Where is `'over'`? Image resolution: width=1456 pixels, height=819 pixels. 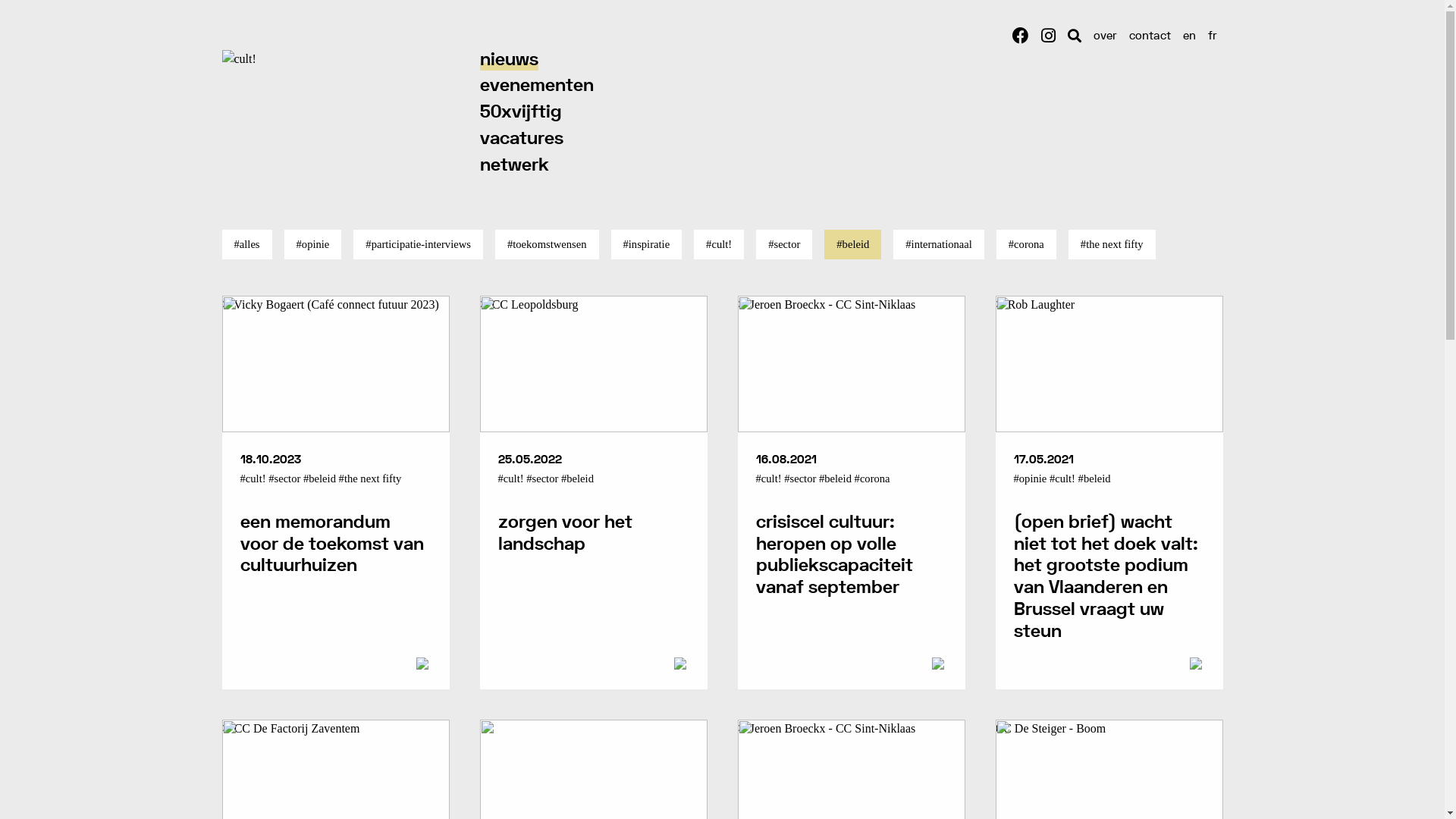 'over' is located at coordinates (1105, 36).